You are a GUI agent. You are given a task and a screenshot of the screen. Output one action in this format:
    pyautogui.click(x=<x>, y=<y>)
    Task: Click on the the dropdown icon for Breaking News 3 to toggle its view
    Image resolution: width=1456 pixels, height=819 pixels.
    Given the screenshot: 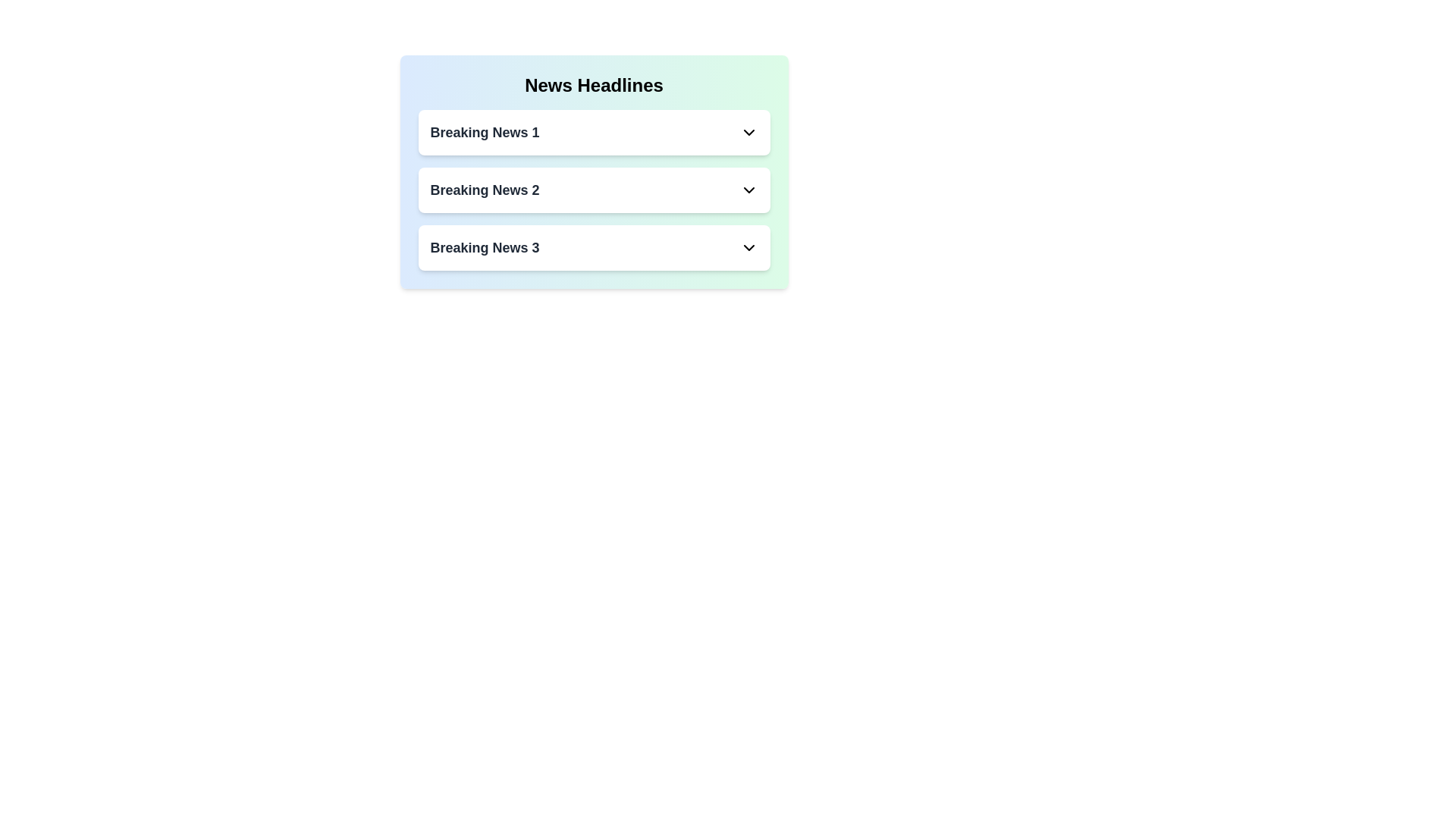 What is the action you would take?
    pyautogui.click(x=748, y=247)
    